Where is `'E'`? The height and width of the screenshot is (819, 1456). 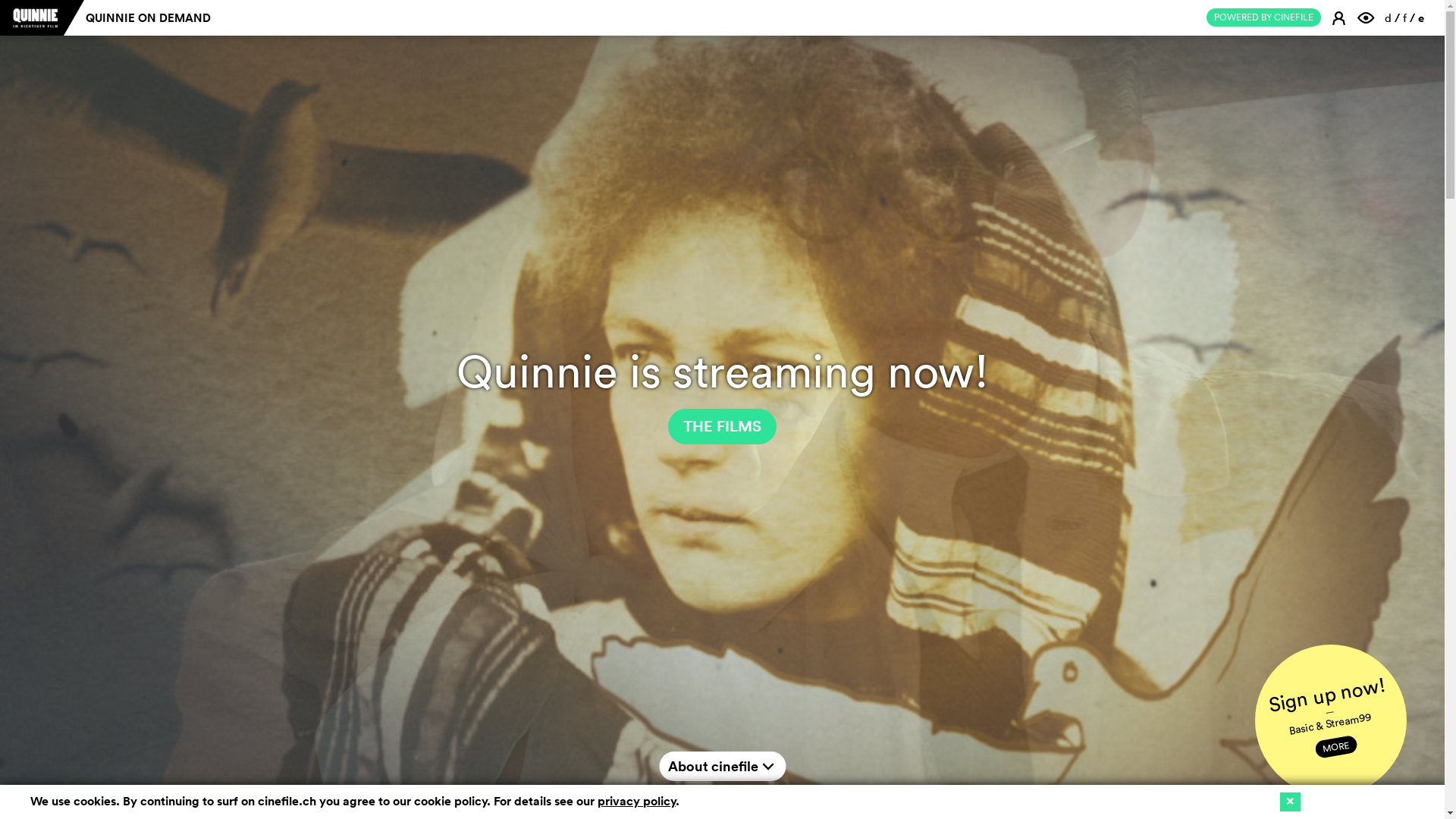 'E' is located at coordinates (1340, 17).